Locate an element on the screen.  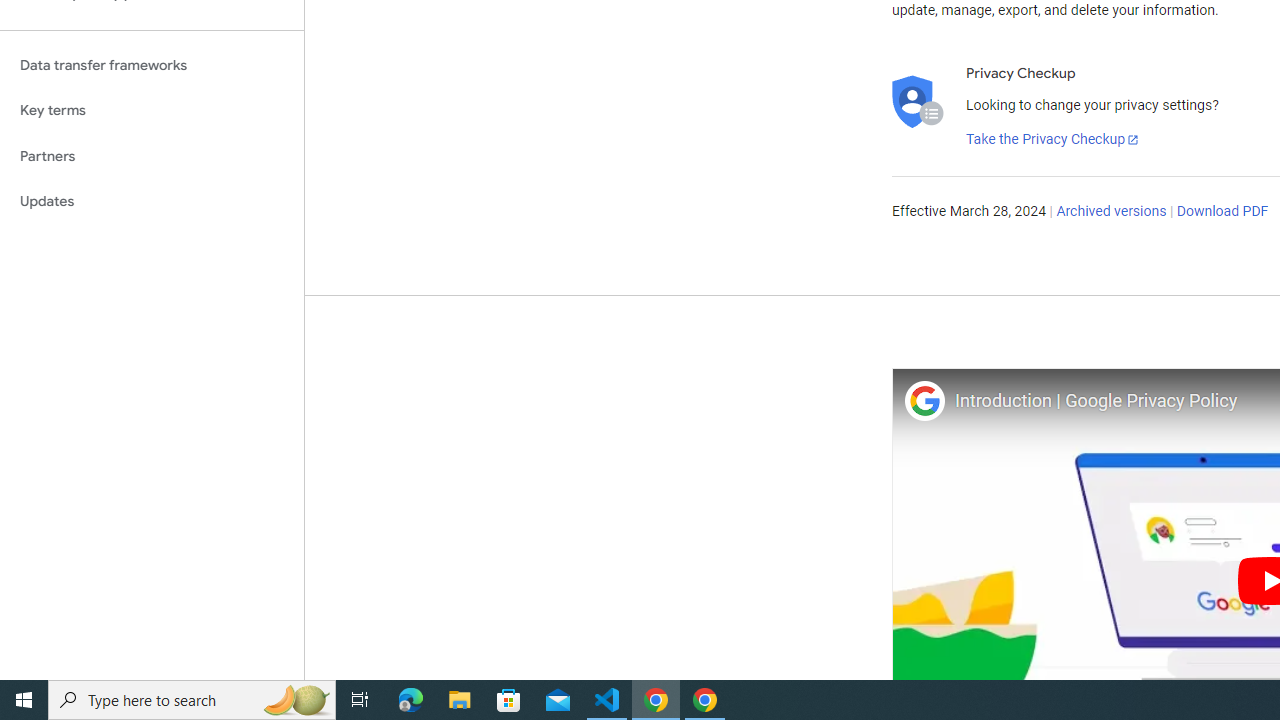
'Updates' is located at coordinates (151, 201).